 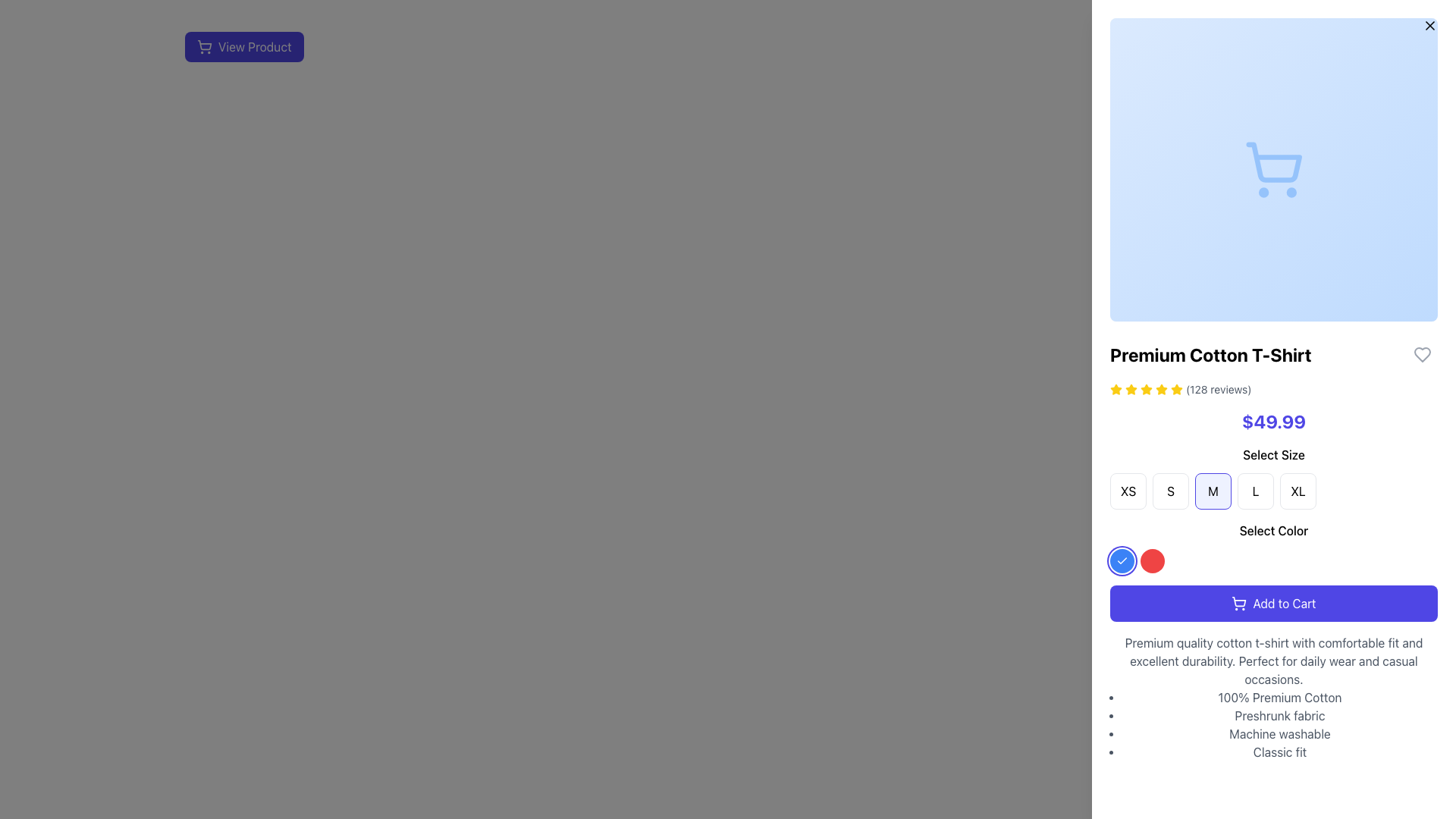 What do you see at coordinates (1274, 529) in the screenshot?
I see `the centrally positioned label that informs users about the color selection options below it` at bounding box center [1274, 529].